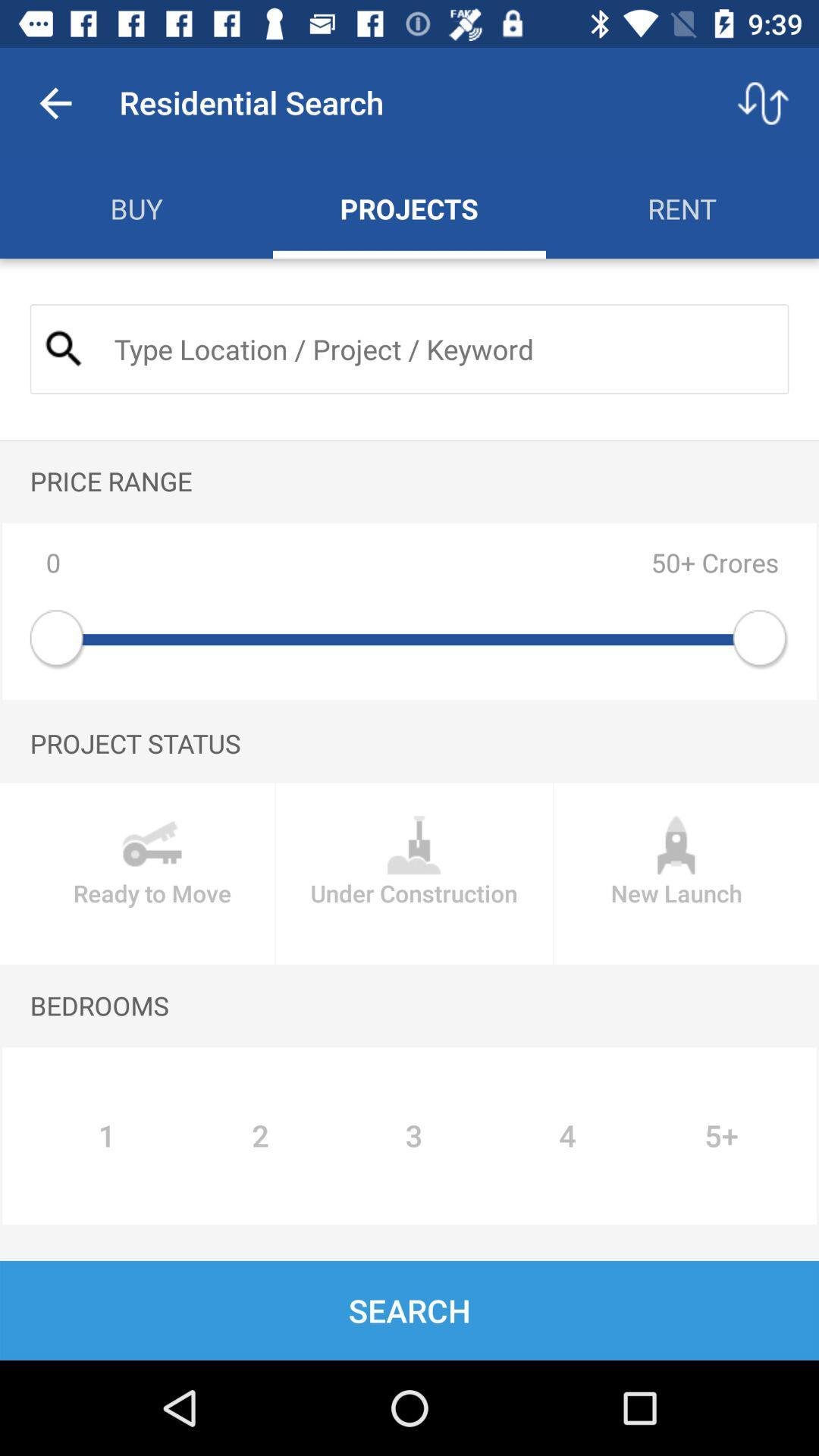  Describe the element at coordinates (438, 348) in the screenshot. I see `location/project/keyword to search` at that location.